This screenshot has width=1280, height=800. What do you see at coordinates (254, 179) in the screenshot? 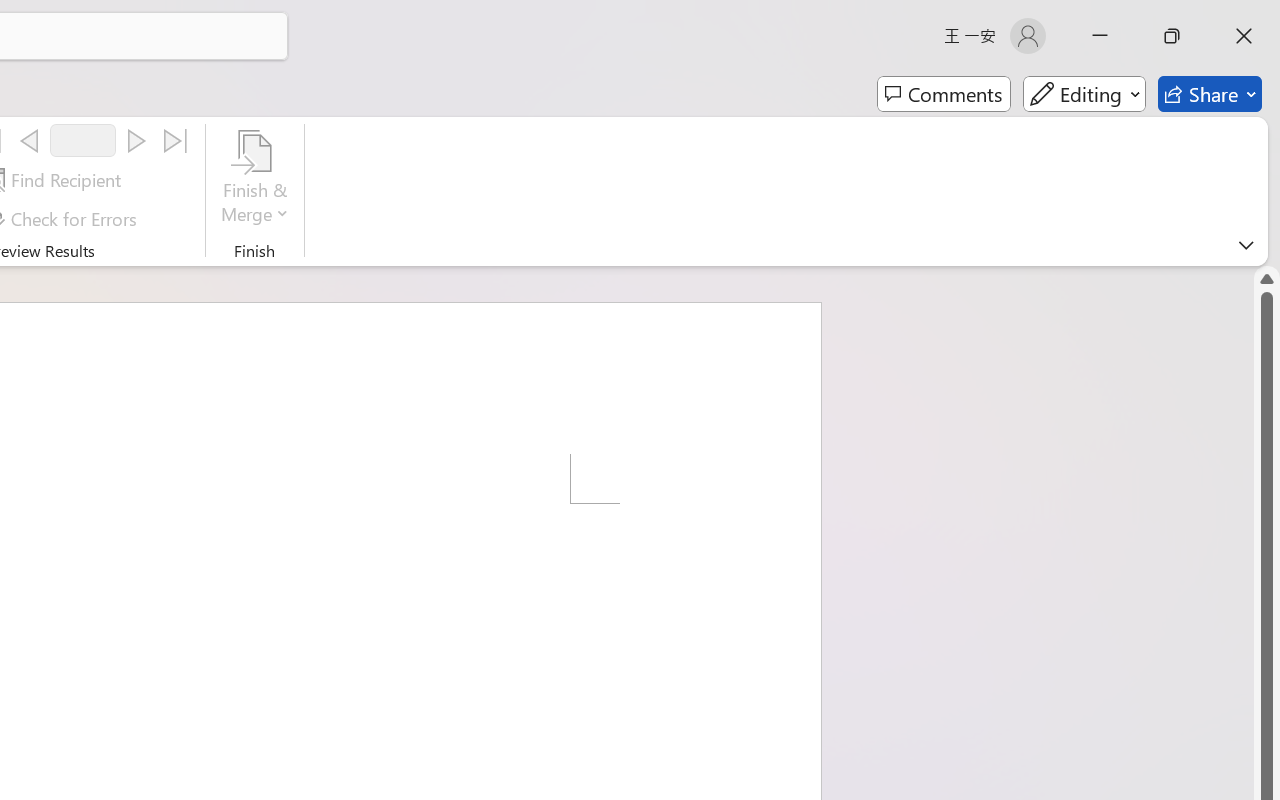
I see `'Finish & Merge'` at bounding box center [254, 179].